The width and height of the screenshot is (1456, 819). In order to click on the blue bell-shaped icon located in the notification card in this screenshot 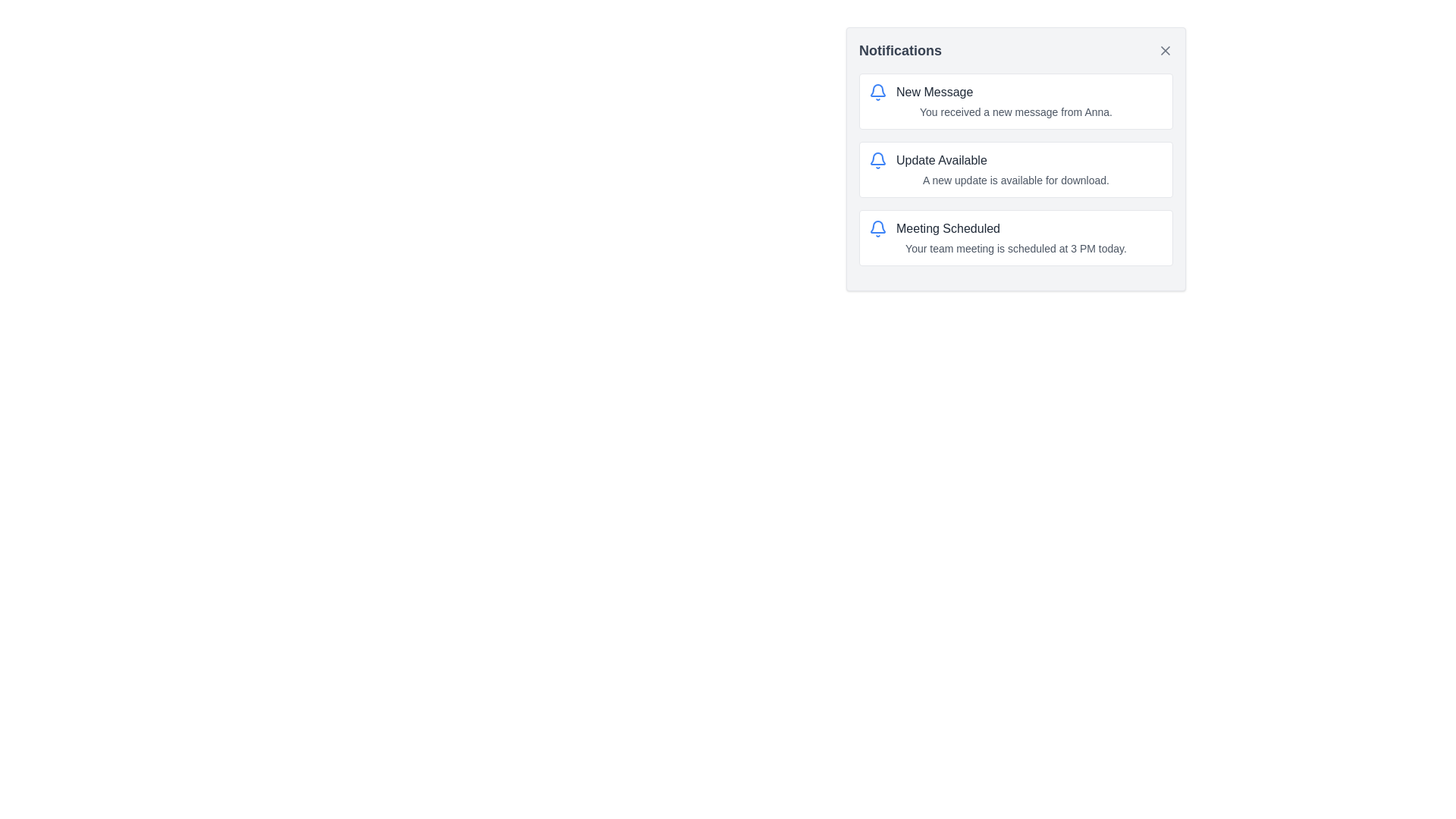, I will do `click(877, 93)`.